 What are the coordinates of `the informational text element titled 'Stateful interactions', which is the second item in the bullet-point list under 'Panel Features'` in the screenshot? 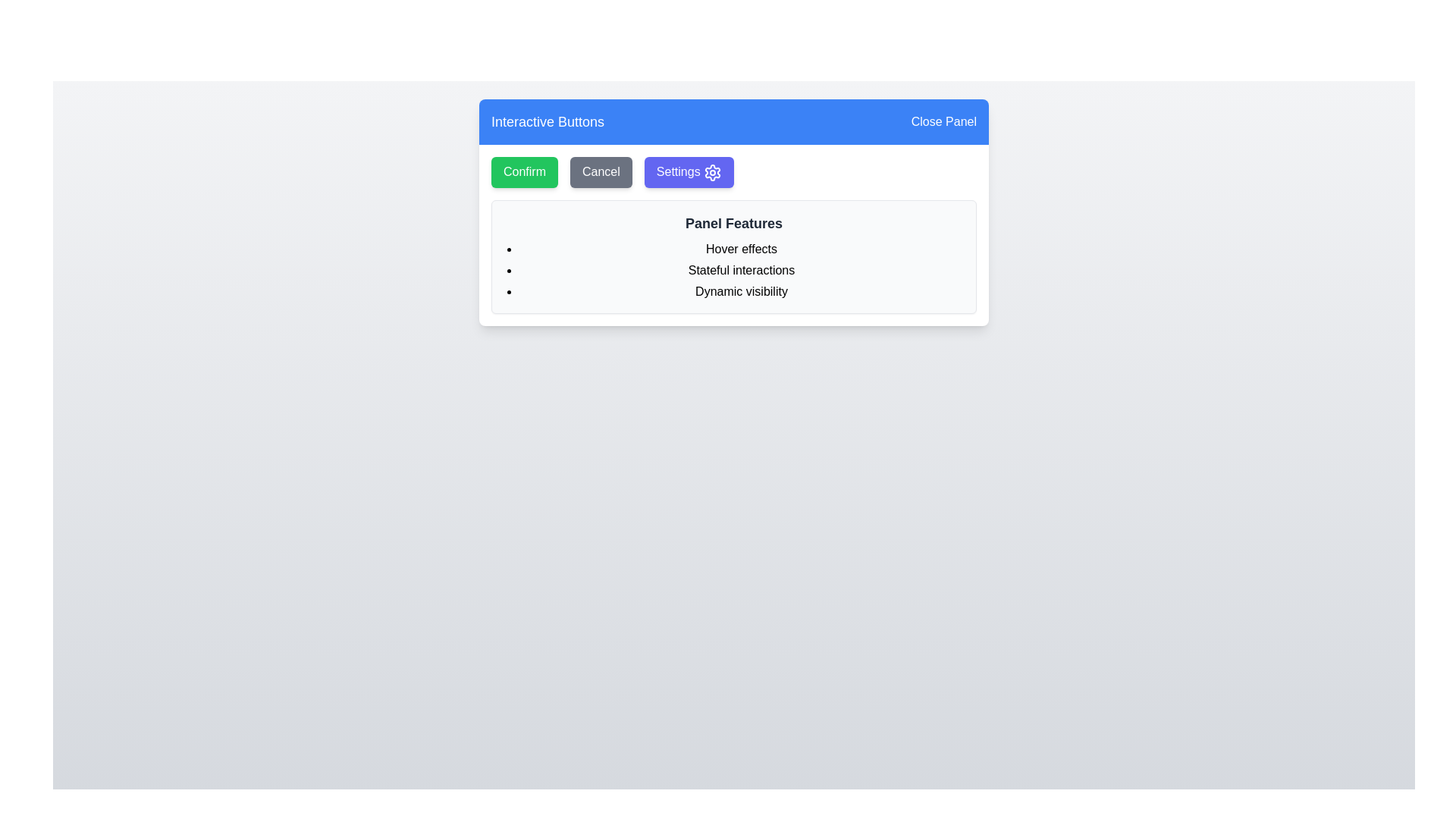 It's located at (742, 268).